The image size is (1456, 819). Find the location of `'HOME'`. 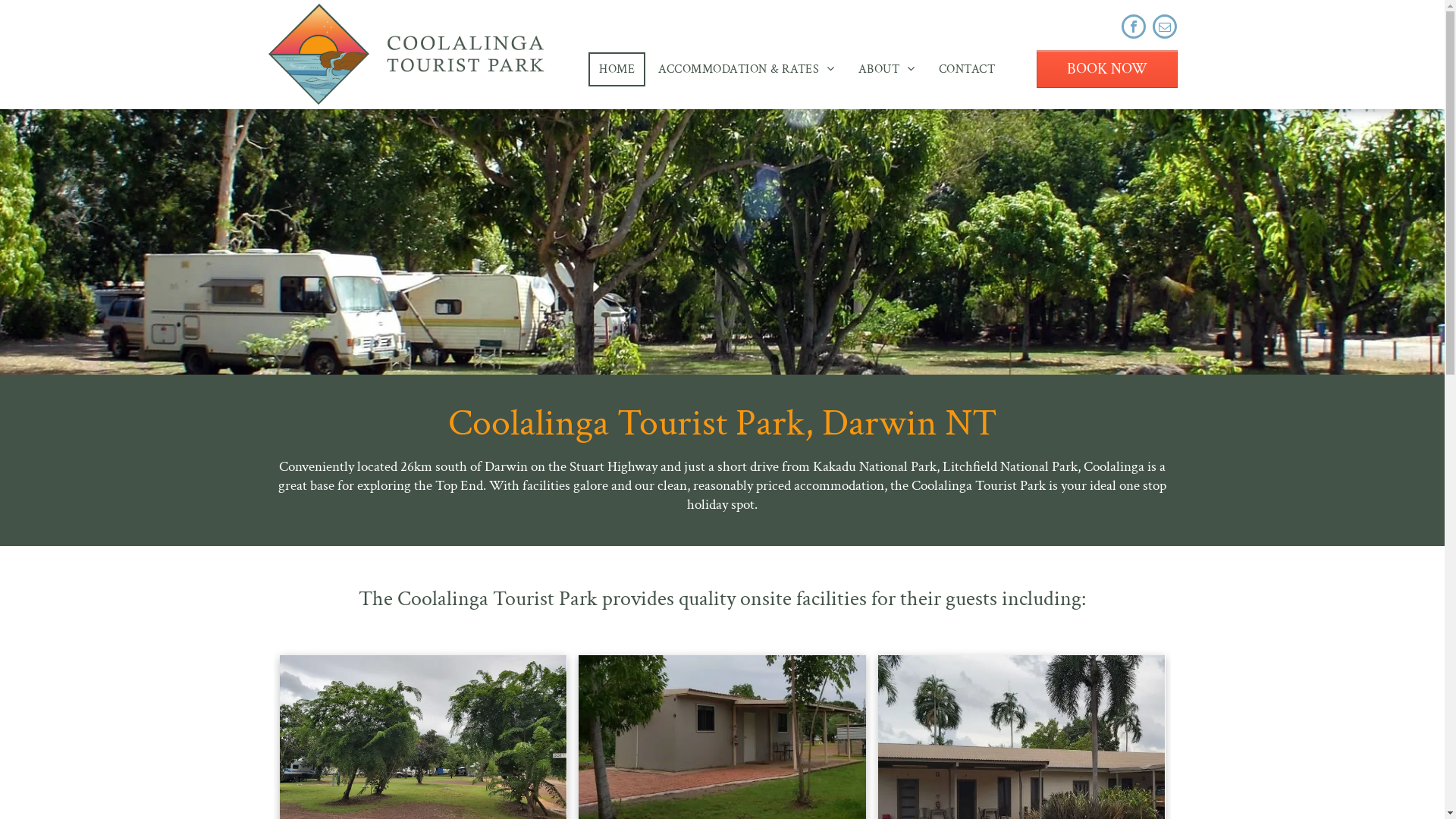

'HOME' is located at coordinates (617, 68).